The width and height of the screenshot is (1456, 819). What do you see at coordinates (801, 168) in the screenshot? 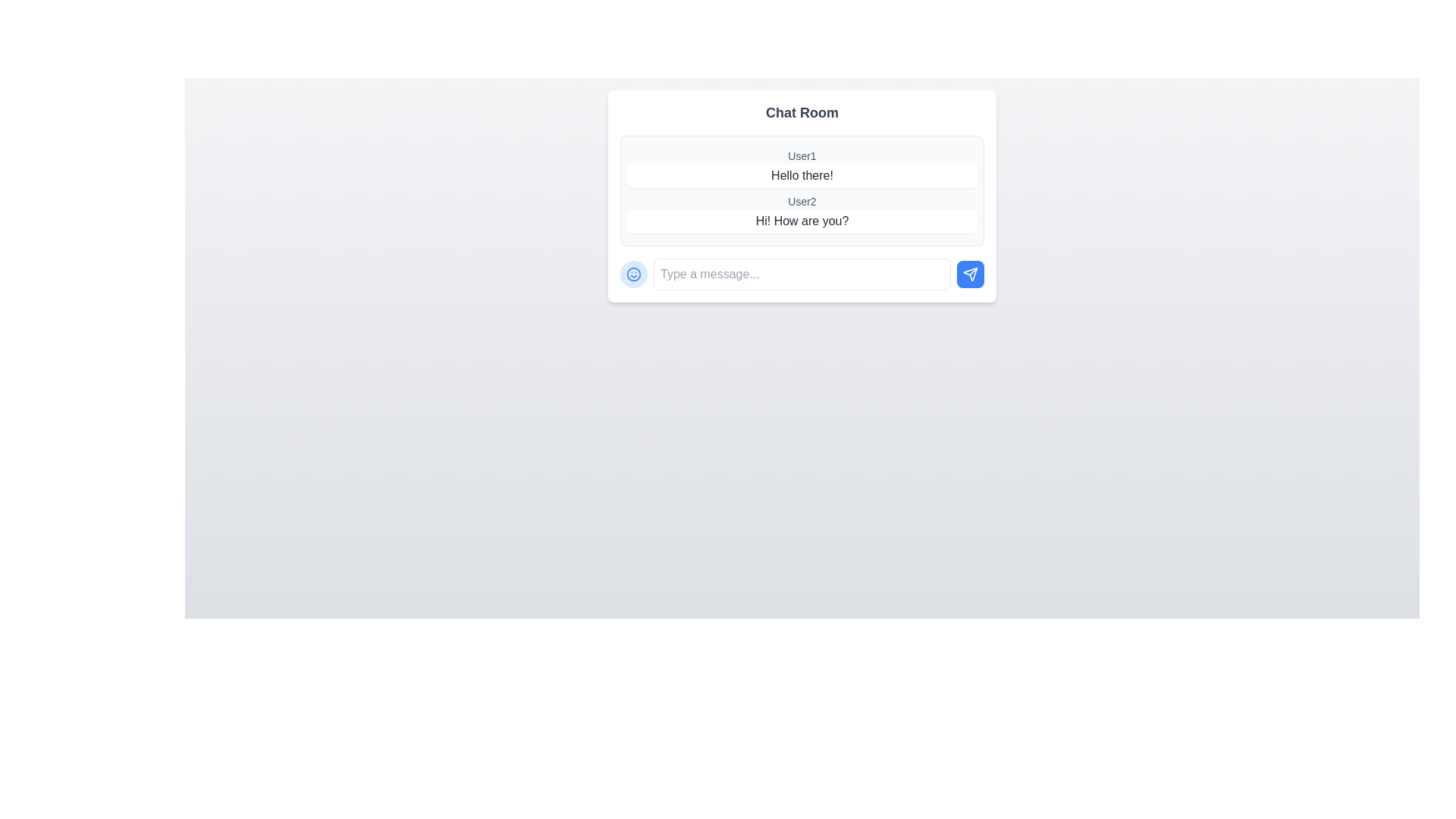
I see `the chat message bubble sent by 'User1', which is the first message in the chat sequence` at bounding box center [801, 168].